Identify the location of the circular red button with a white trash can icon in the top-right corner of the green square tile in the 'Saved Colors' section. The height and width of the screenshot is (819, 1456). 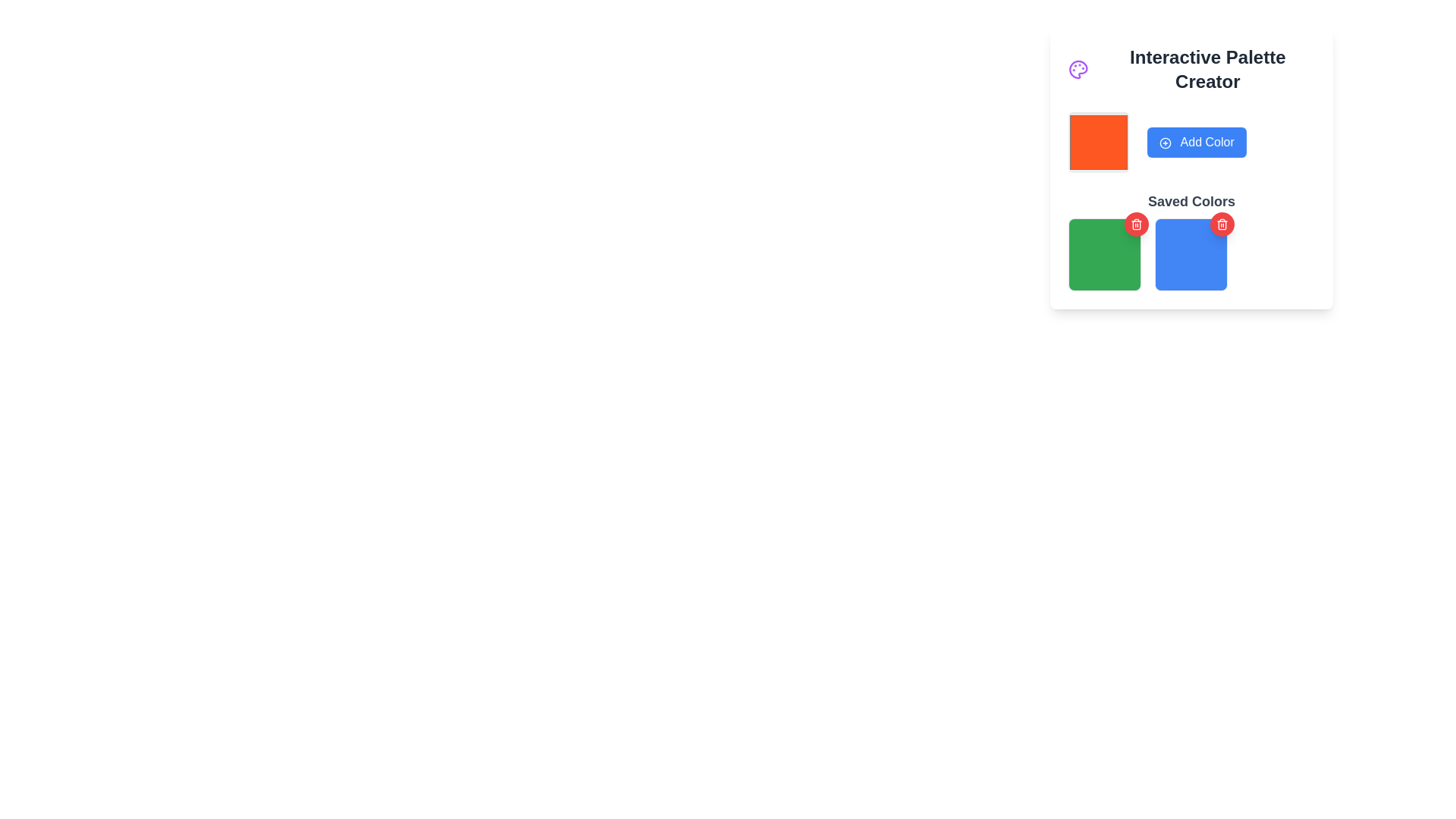
(1136, 224).